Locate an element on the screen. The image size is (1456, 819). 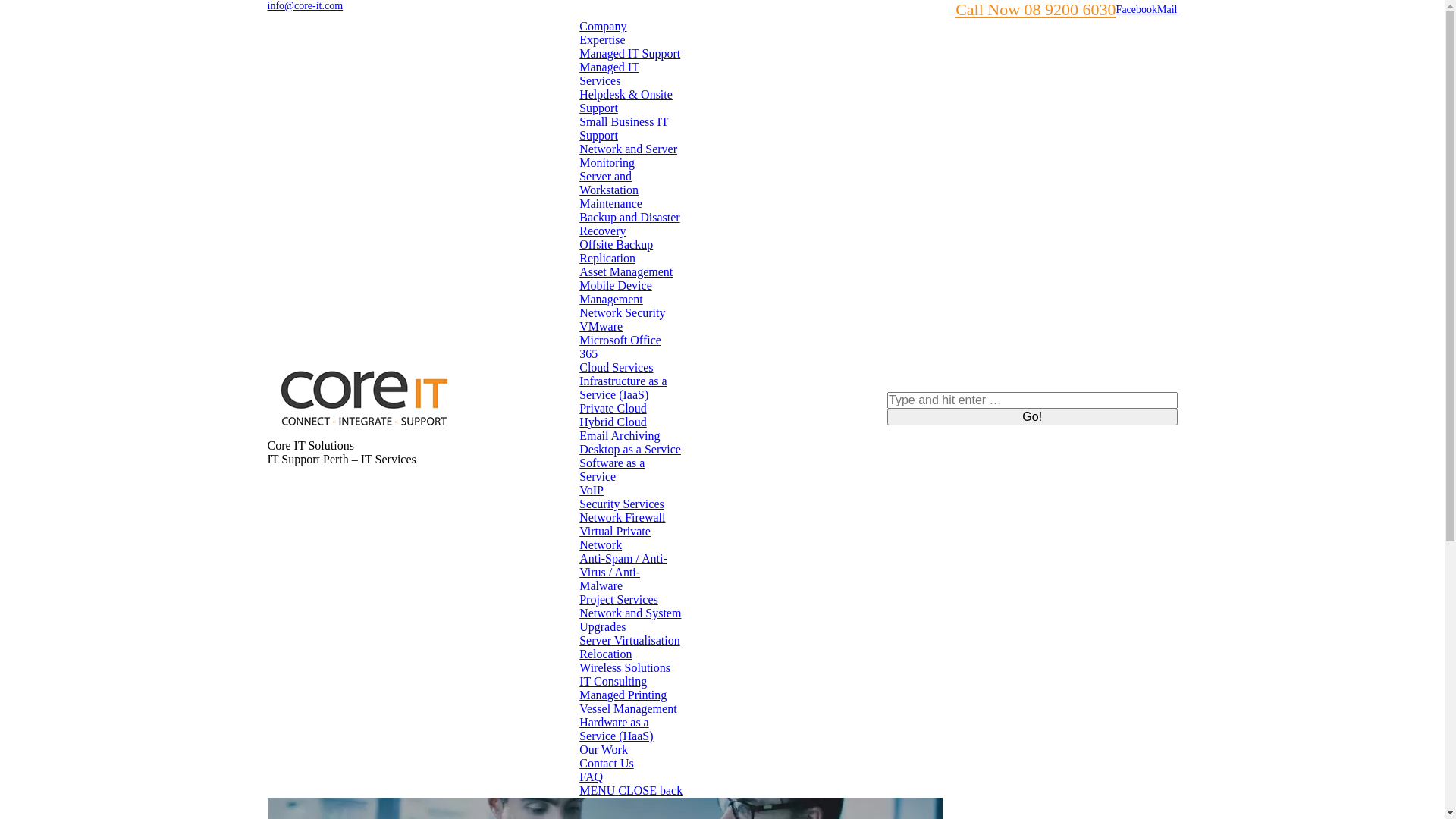
'info@core-it.com' is located at coordinates (304, 5).